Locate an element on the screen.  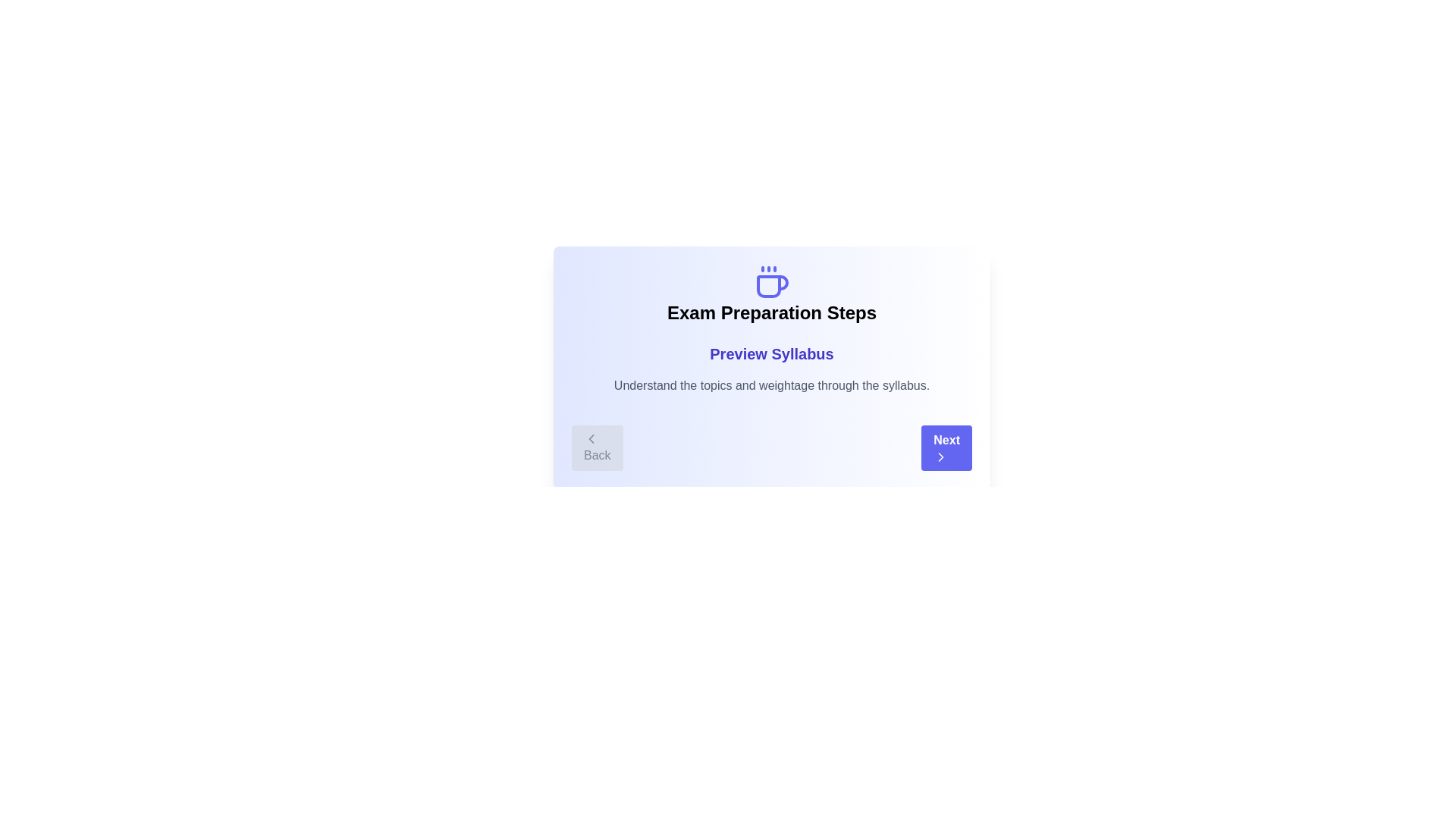
'Next' button to navigate to the next step is located at coordinates (946, 447).